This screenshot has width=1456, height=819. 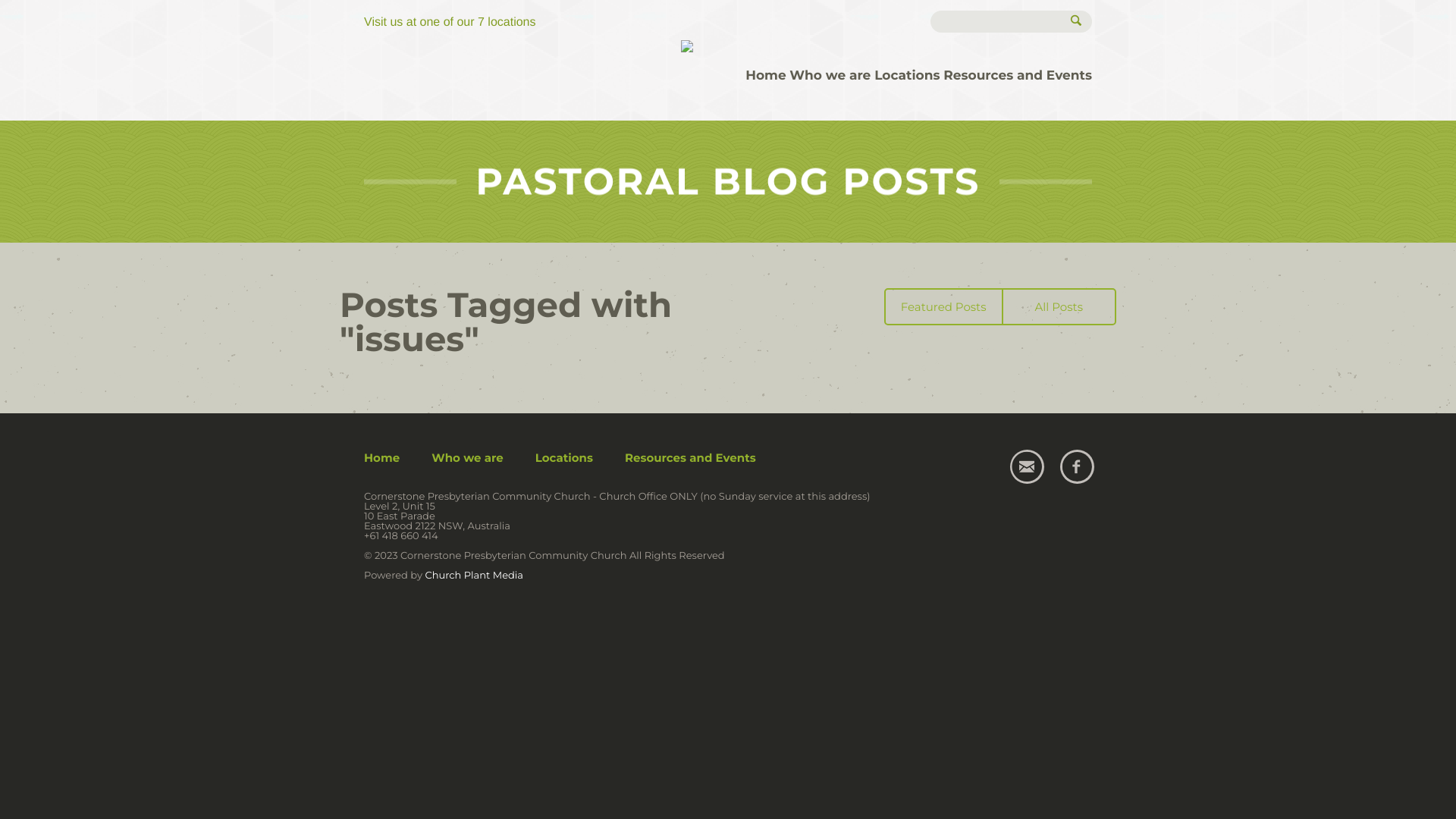 What do you see at coordinates (472, 576) in the screenshot?
I see `'Church Plant Media'` at bounding box center [472, 576].